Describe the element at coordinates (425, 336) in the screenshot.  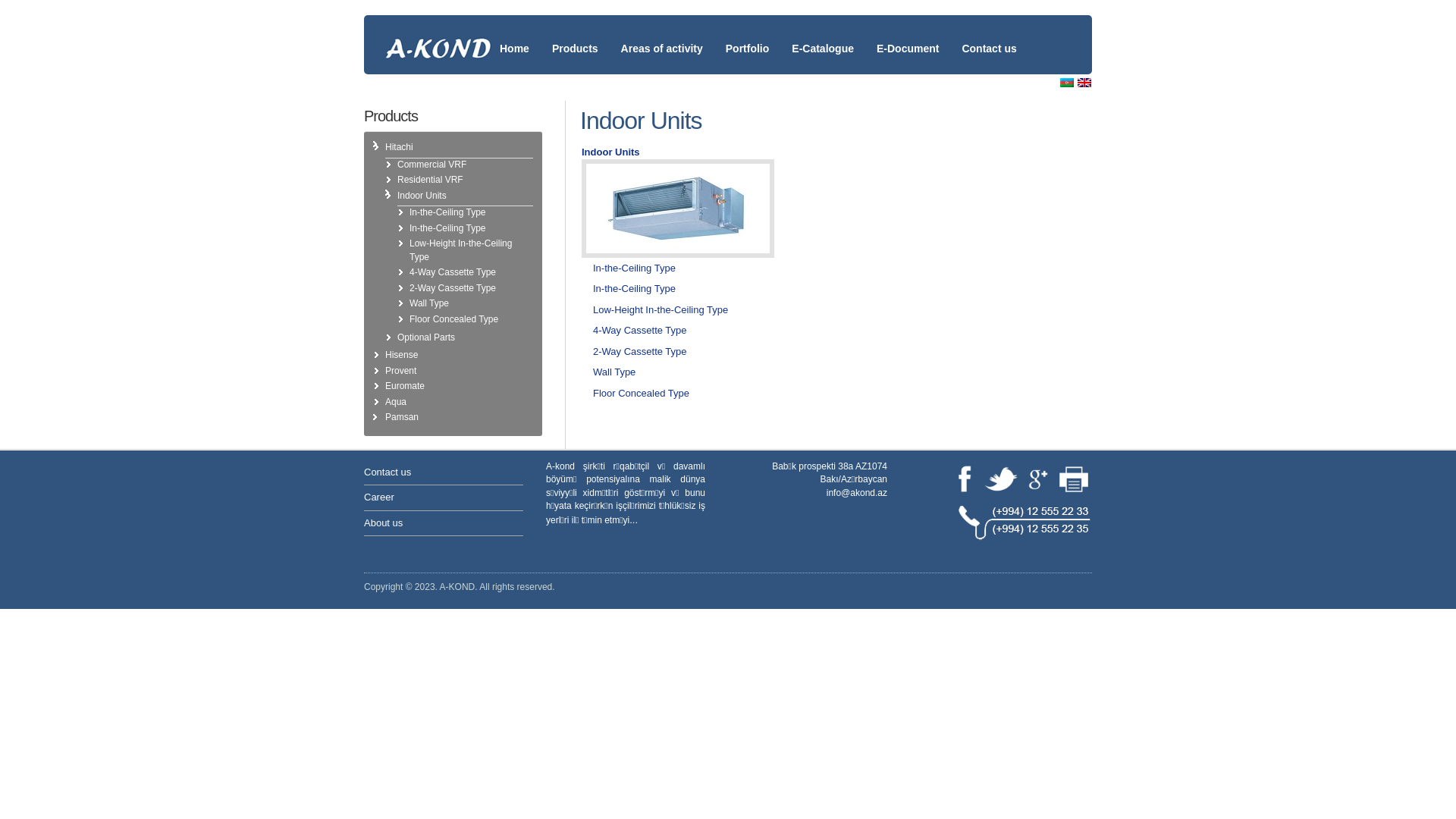
I see `'Optional Parts'` at that location.